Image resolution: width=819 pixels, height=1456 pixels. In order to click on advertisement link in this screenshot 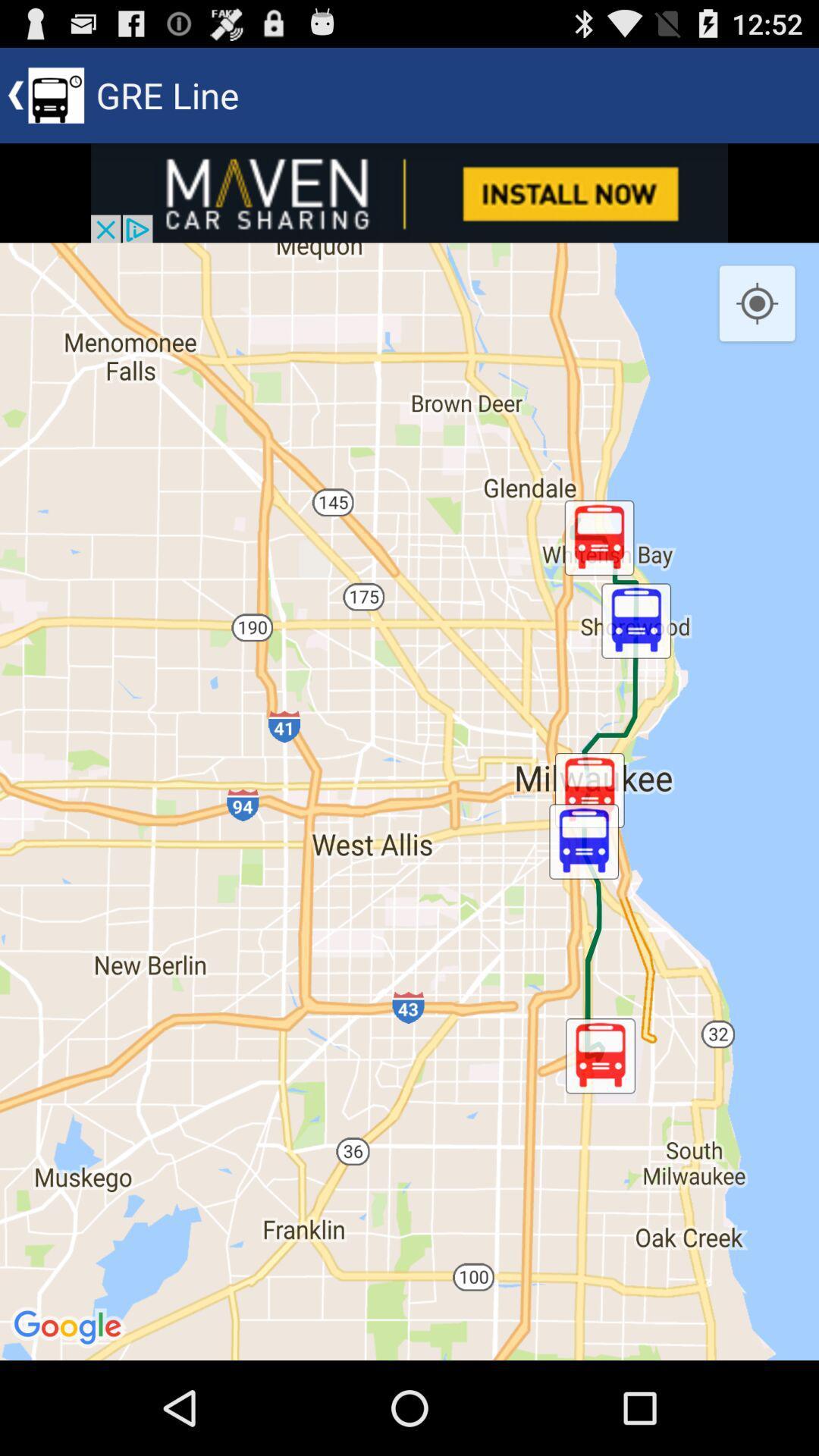, I will do `click(409, 192)`.